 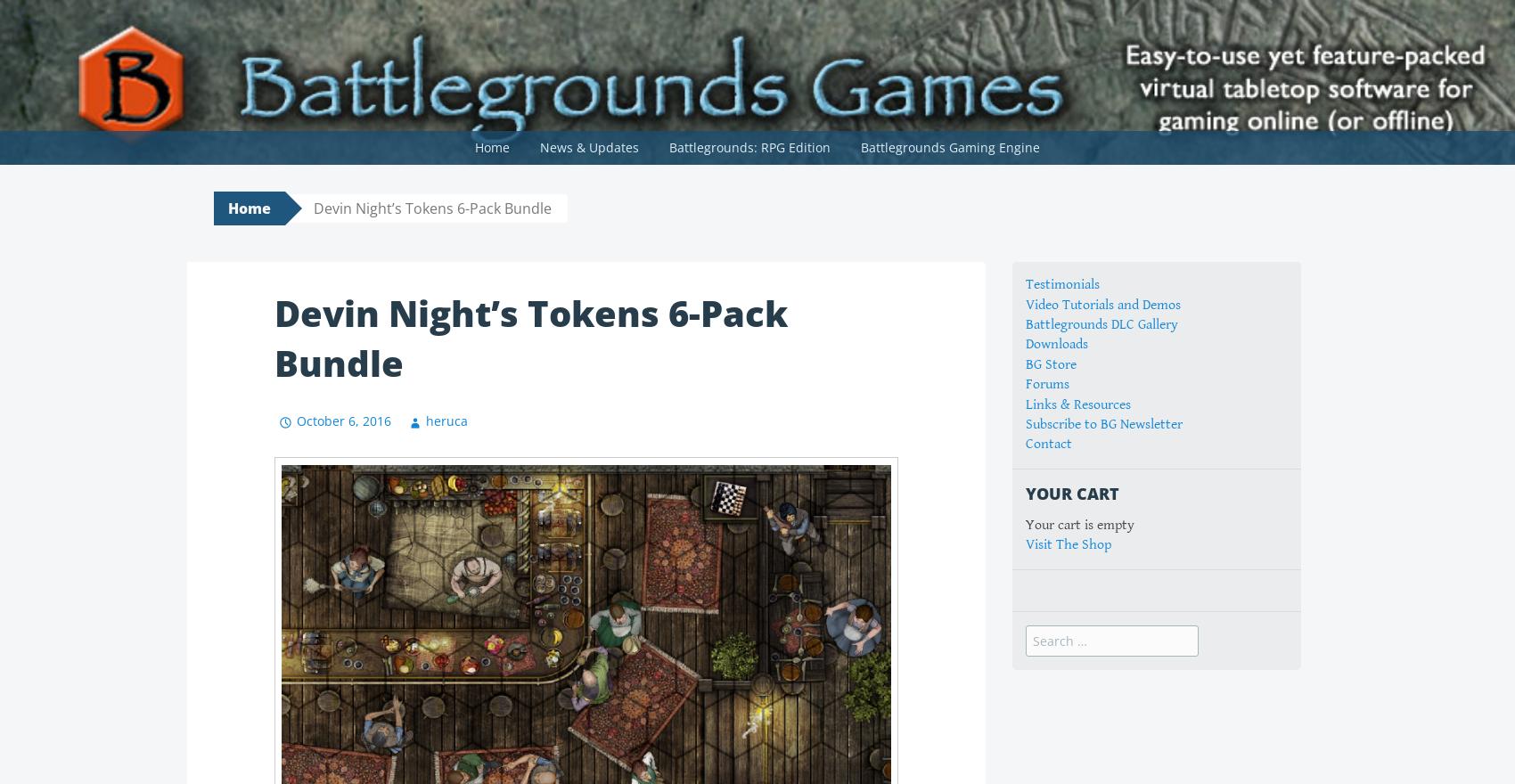 I want to click on 'BG Store', so click(x=1050, y=363).